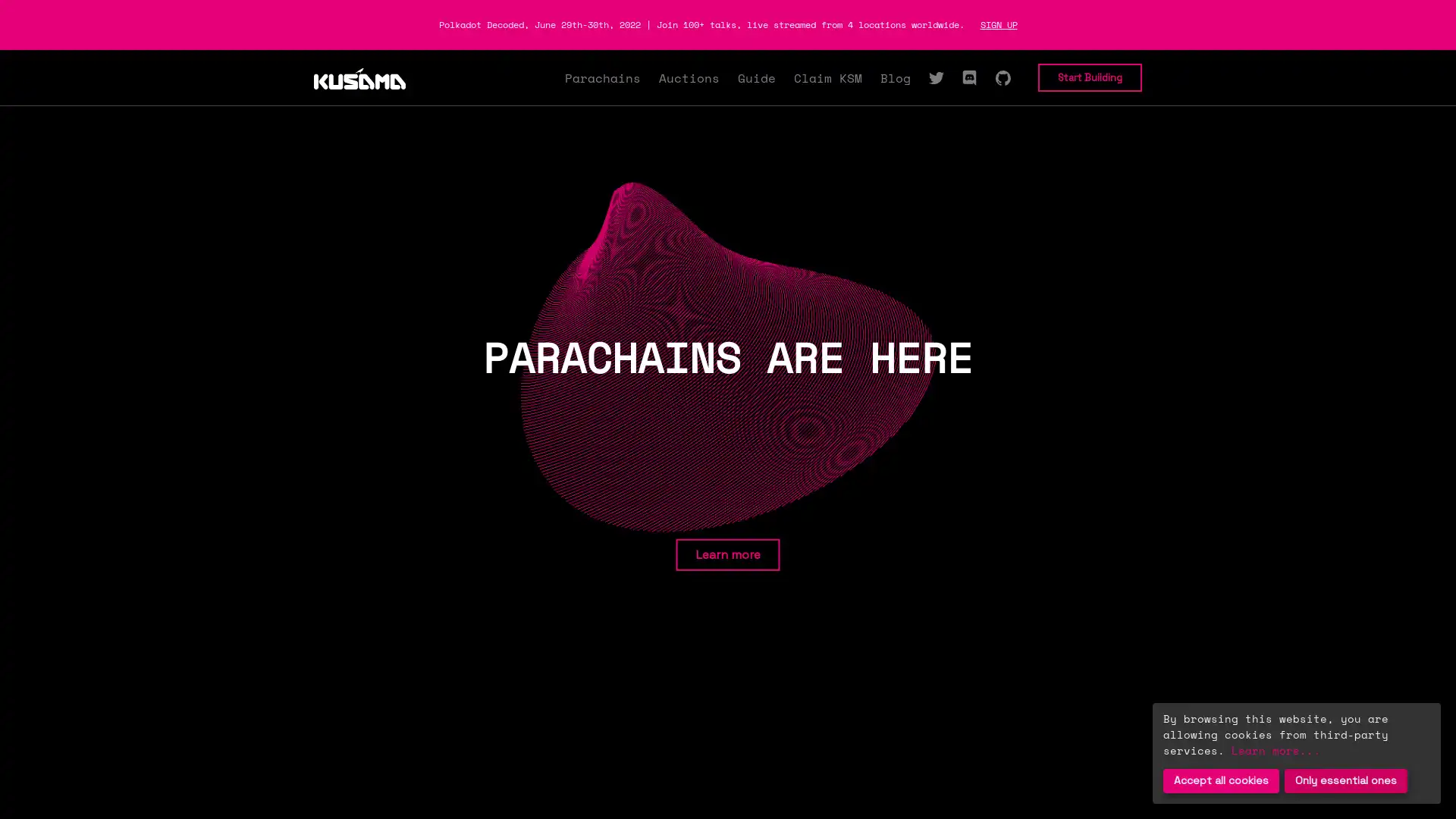 This screenshot has height=819, width=1456. Describe the element at coordinates (1221, 780) in the screenshot. I see `Accept all cookies` at that location.